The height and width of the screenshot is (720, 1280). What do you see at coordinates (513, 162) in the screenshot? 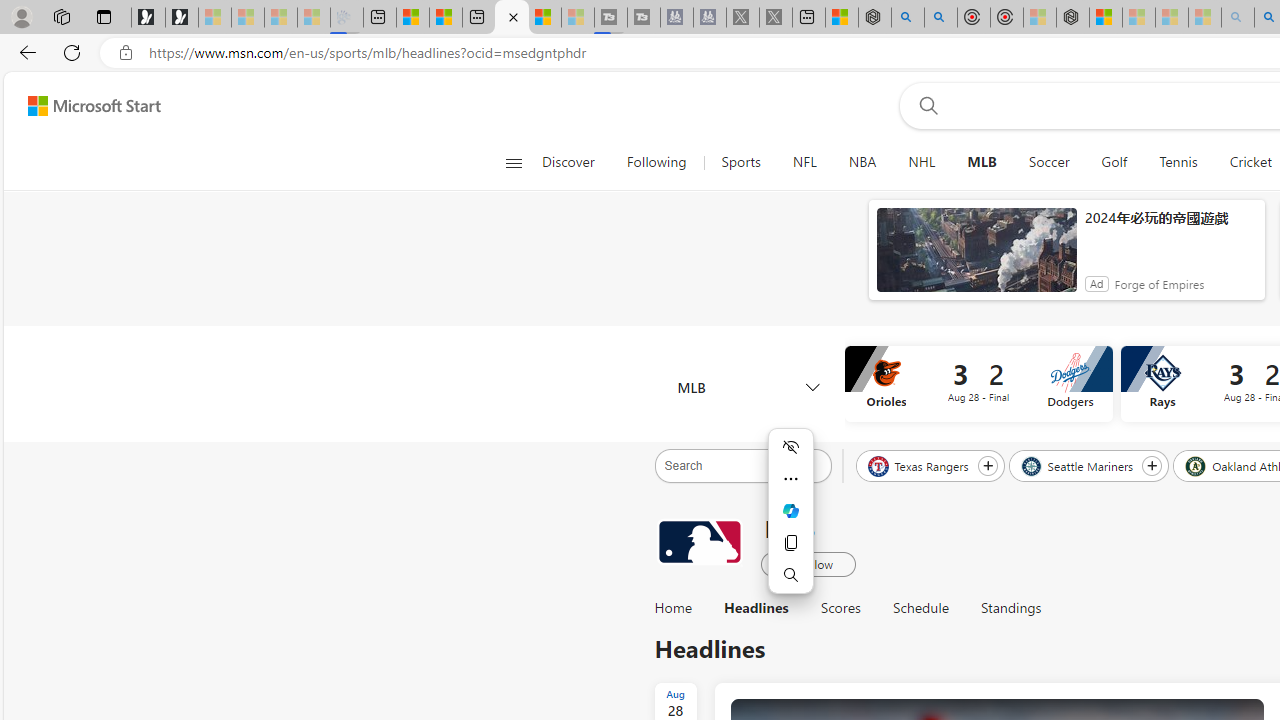
I see `'Open navigation menu'` at bounding box center [513, 162].